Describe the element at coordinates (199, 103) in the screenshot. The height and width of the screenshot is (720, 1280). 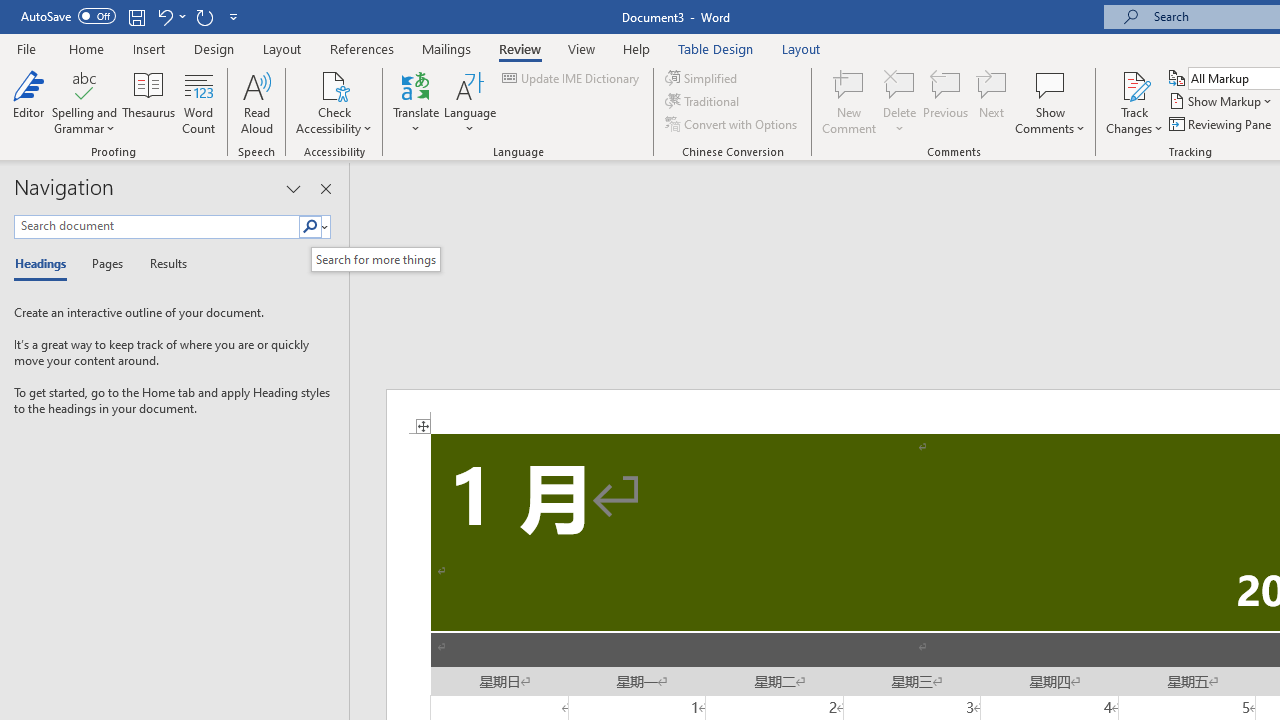
I see `'Word Count'` at that location.